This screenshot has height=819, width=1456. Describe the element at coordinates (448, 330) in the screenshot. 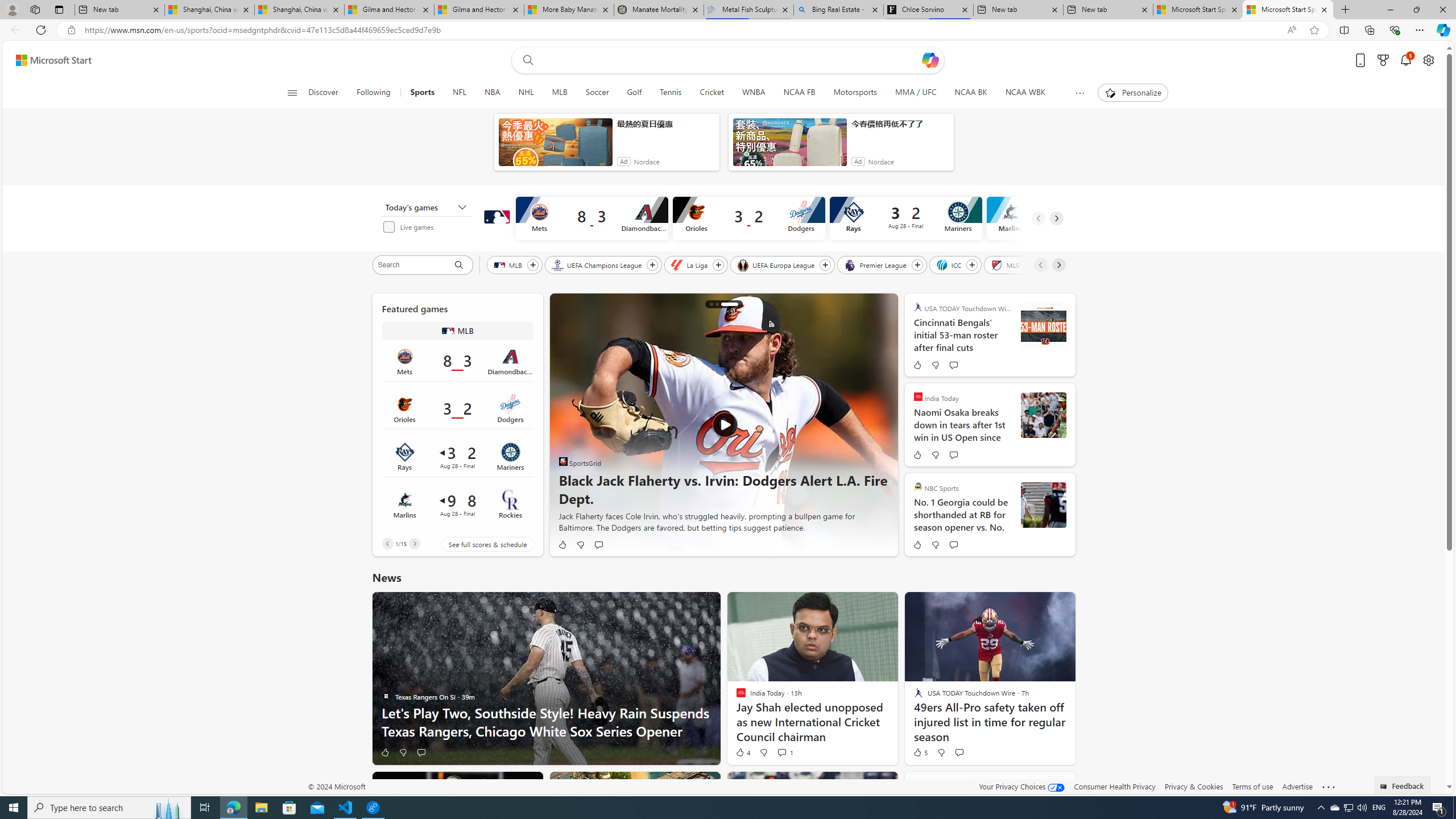

I see `'MLB'` at that location.